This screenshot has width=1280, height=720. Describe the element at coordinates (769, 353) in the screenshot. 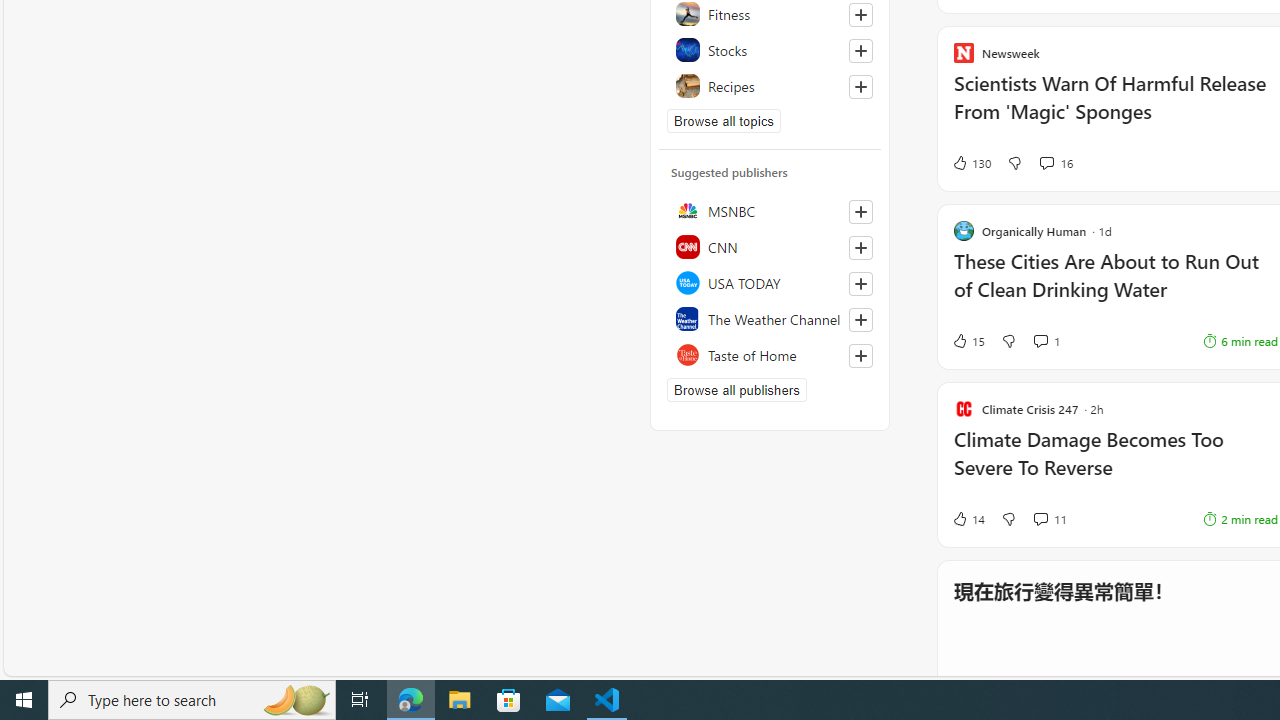

I see `'Taste of Home'` at that location.